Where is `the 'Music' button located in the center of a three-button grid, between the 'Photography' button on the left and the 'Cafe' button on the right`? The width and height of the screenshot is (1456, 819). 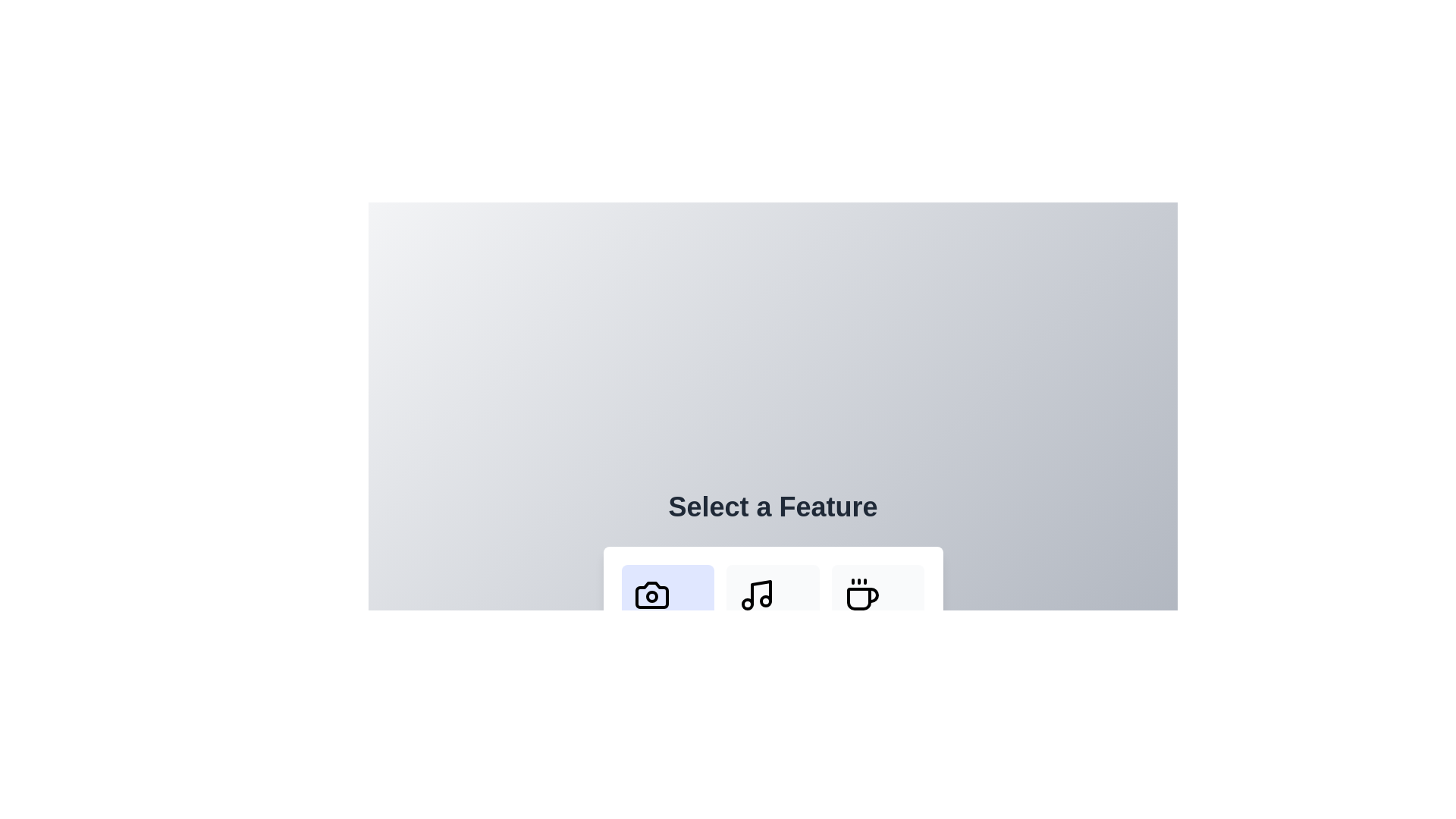
the 'Music' button located in the center of a three-button grid, between the 'Photography' button on the left and the 'Cafe' button on the right is located at coordinates (773, 607).